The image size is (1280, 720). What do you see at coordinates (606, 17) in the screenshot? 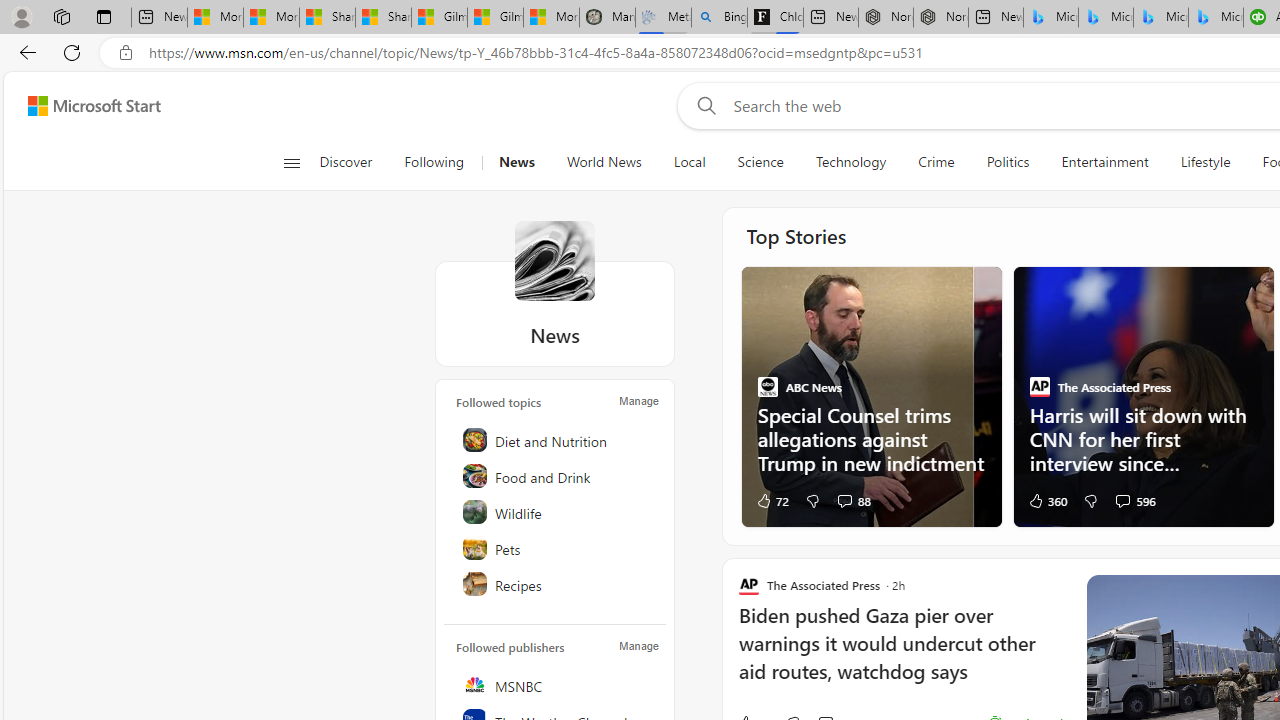
I see `'Manatee Mortality Statistics | FWC'` at bounding box center [606, 17].